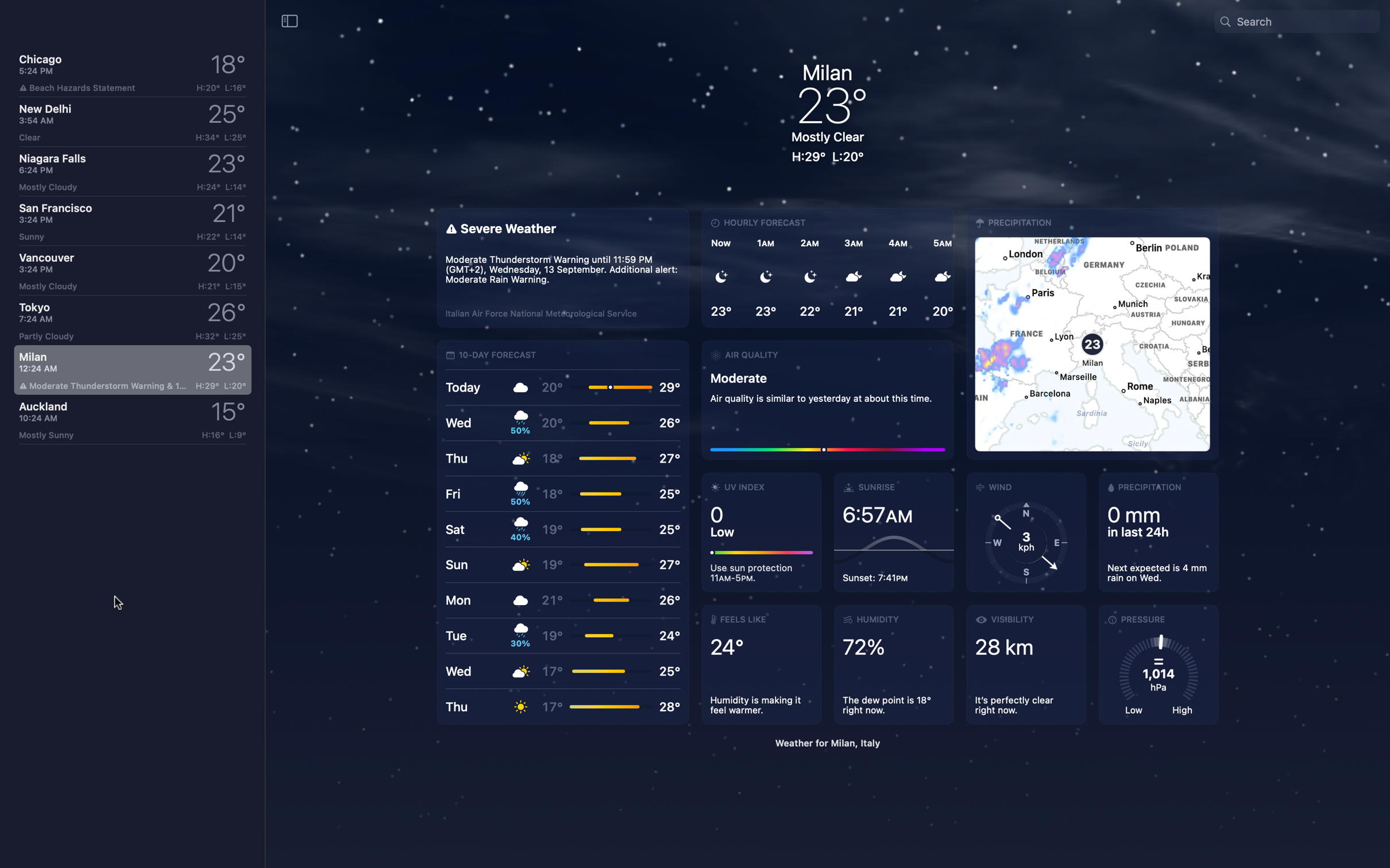 The width and height of the screenshot is (1390, 868). What do you see at coordinates (129, 321) in the screenshot?
I see `Look up Tokyo"s weather conditions` at bounding box center [129, 321].